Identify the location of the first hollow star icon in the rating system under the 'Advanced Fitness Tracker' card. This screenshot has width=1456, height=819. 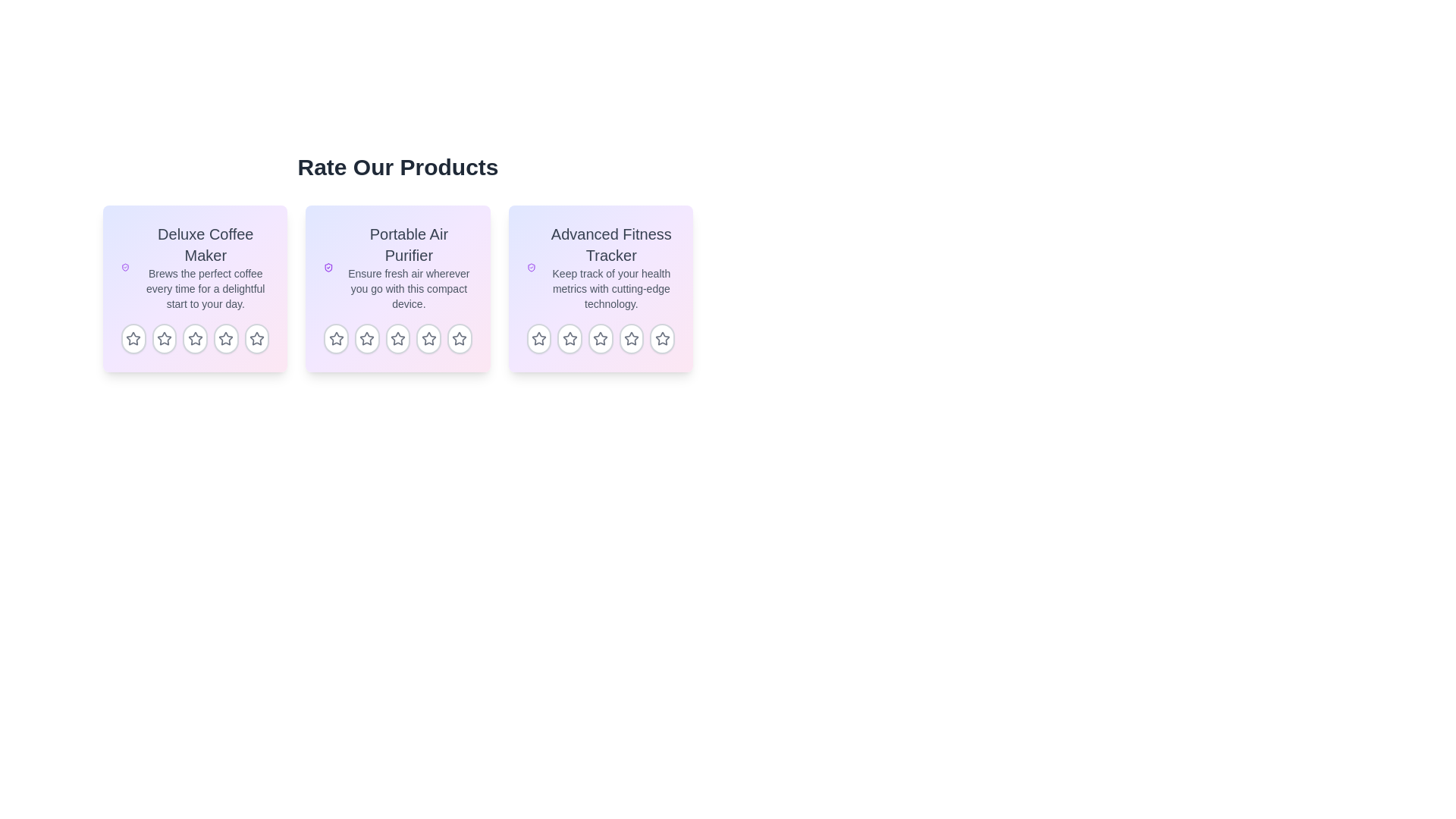
(538, 337).